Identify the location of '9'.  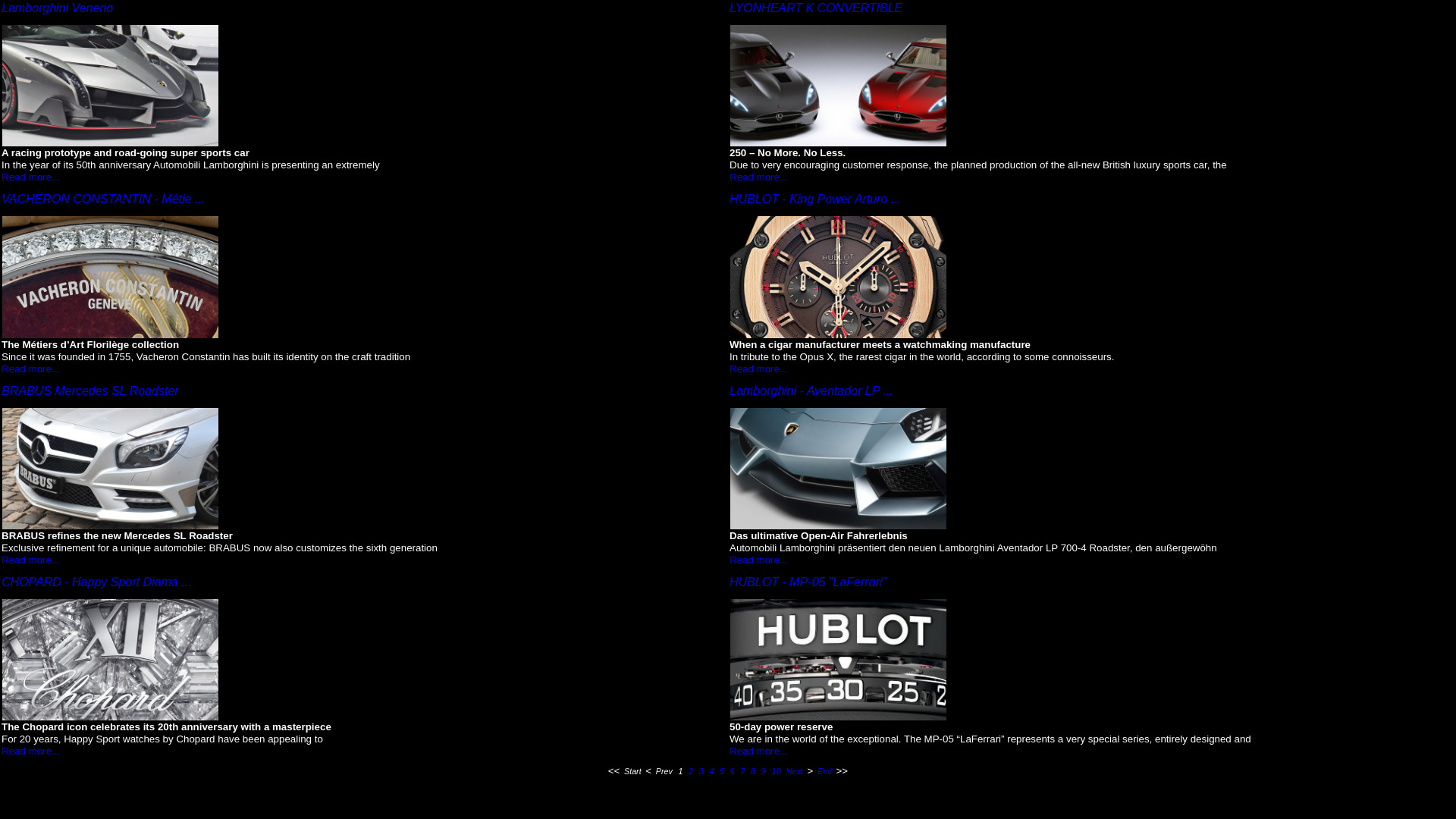
(764, 771).